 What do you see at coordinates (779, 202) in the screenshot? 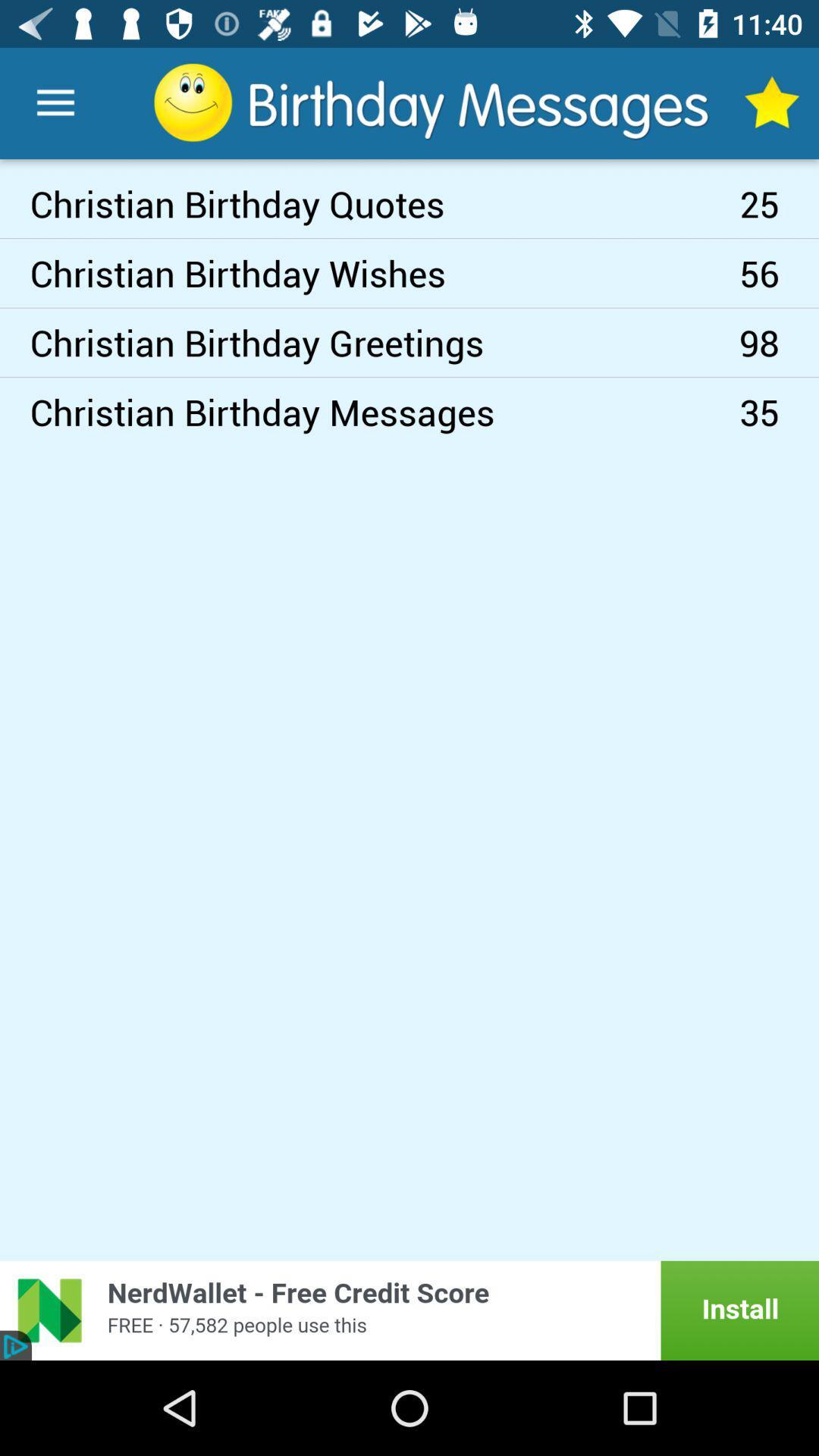
I see `the icon above the 56 item` at bounding box center [779, 202].